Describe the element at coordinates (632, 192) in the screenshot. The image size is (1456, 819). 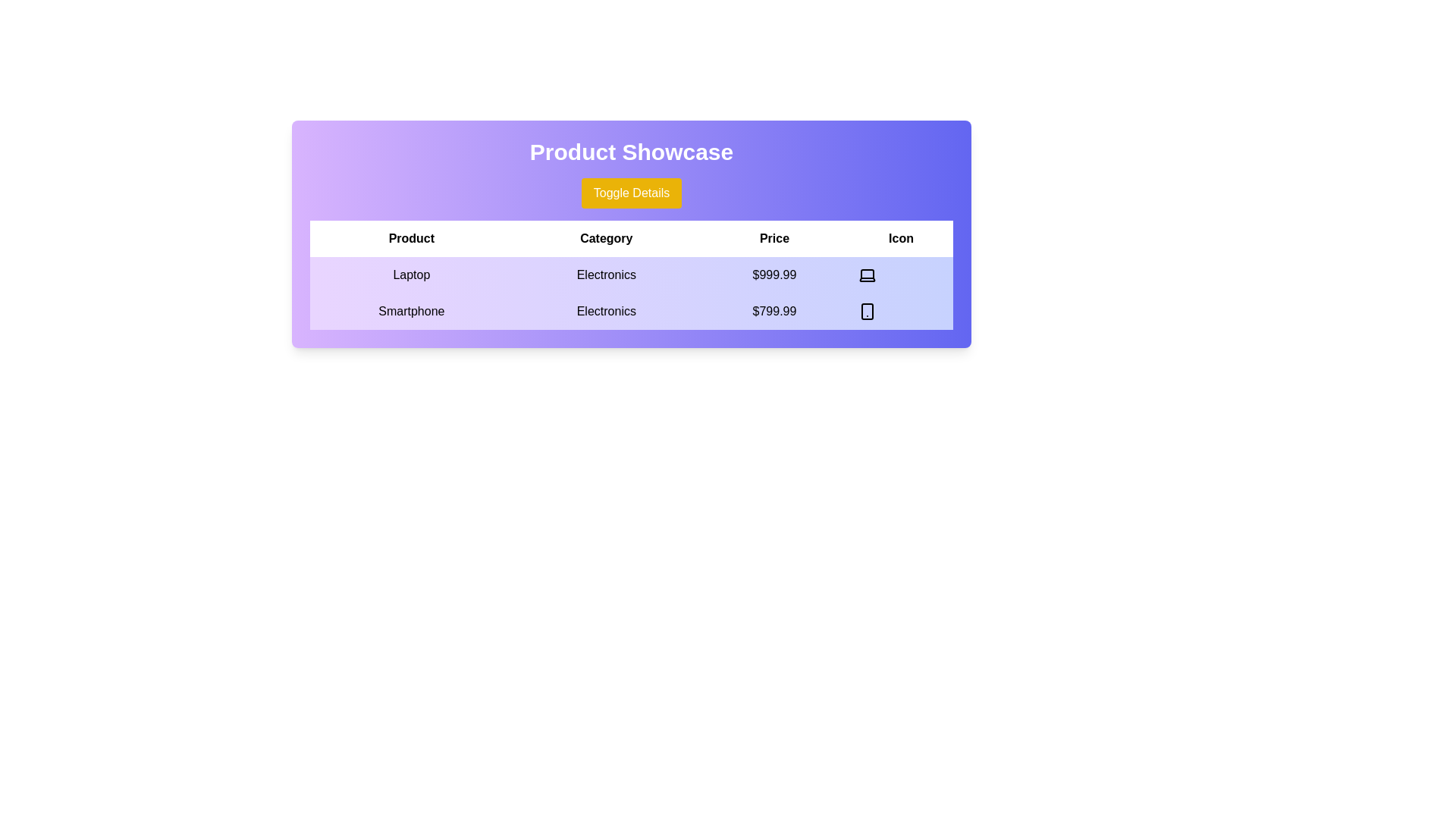
I see `the button located below the 'Product Showcase' heading` at that location.